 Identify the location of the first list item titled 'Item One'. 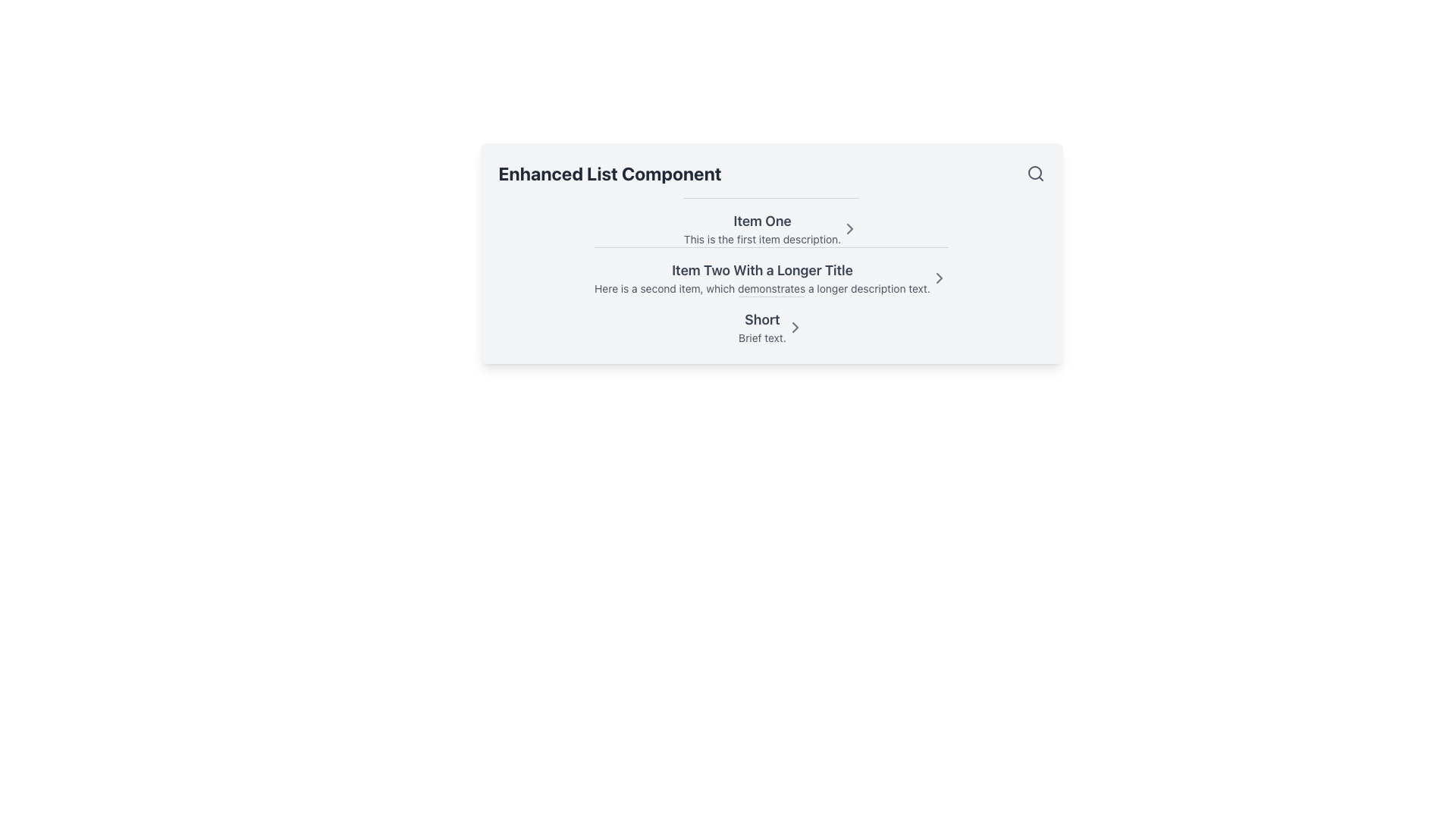
(771, 222).